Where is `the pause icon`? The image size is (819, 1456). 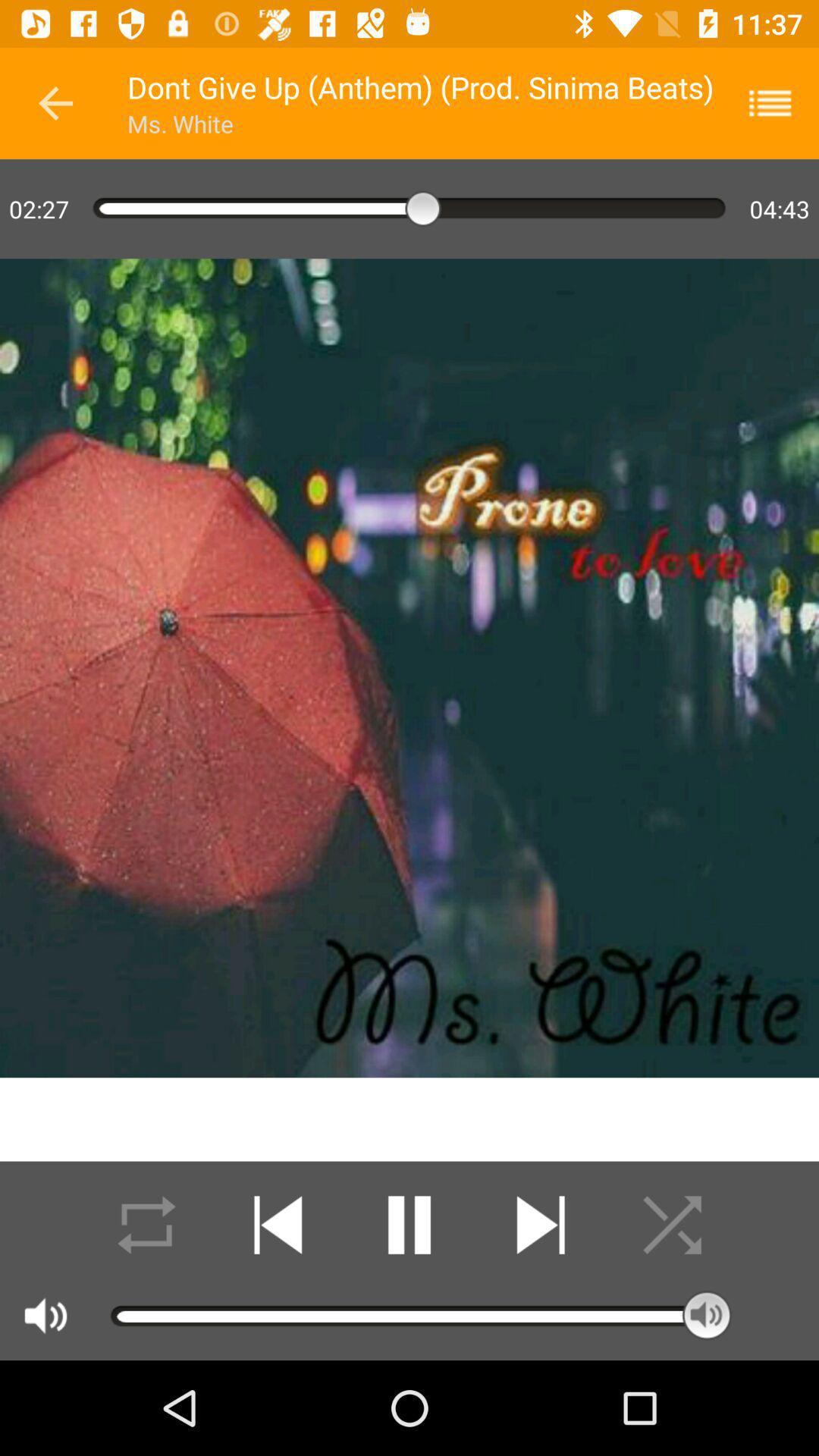 the pause icon is located at coordinates (409, 1225).